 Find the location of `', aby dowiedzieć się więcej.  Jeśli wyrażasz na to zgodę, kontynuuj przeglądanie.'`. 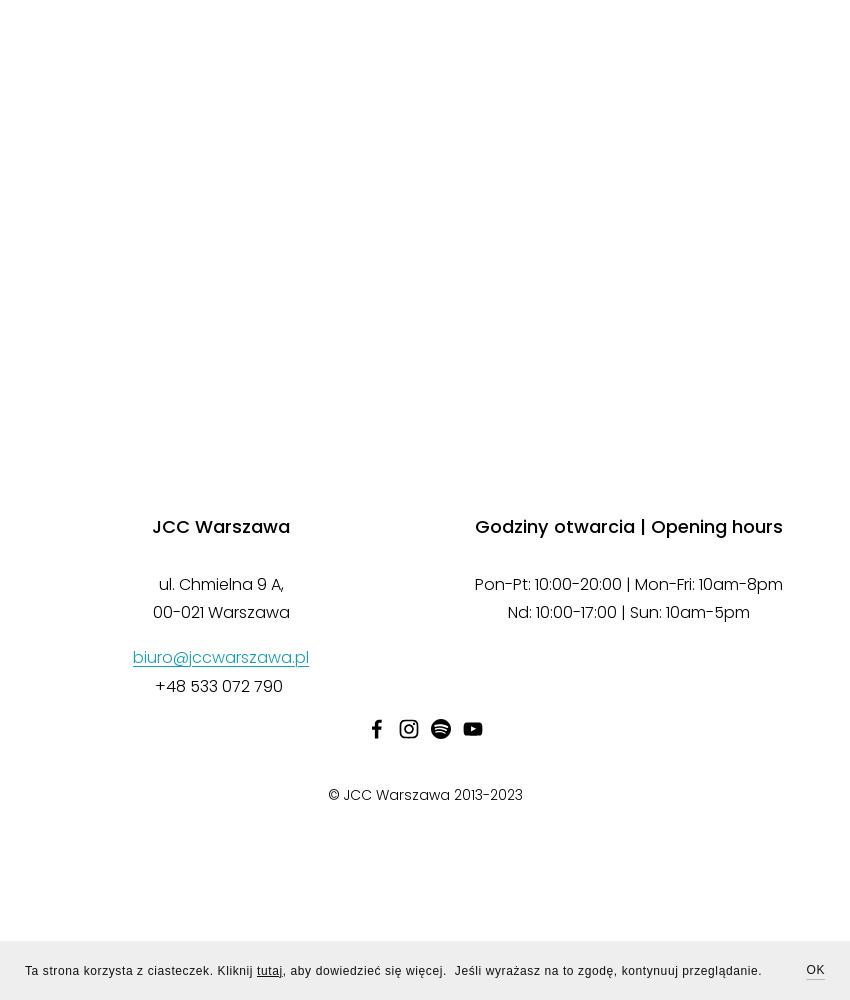

', aby dowiedzieć się więcej.  Jeśli wyrażasz na to zgodę, kontynuuj przeglądanie.' is located at coordinates (520, 969).